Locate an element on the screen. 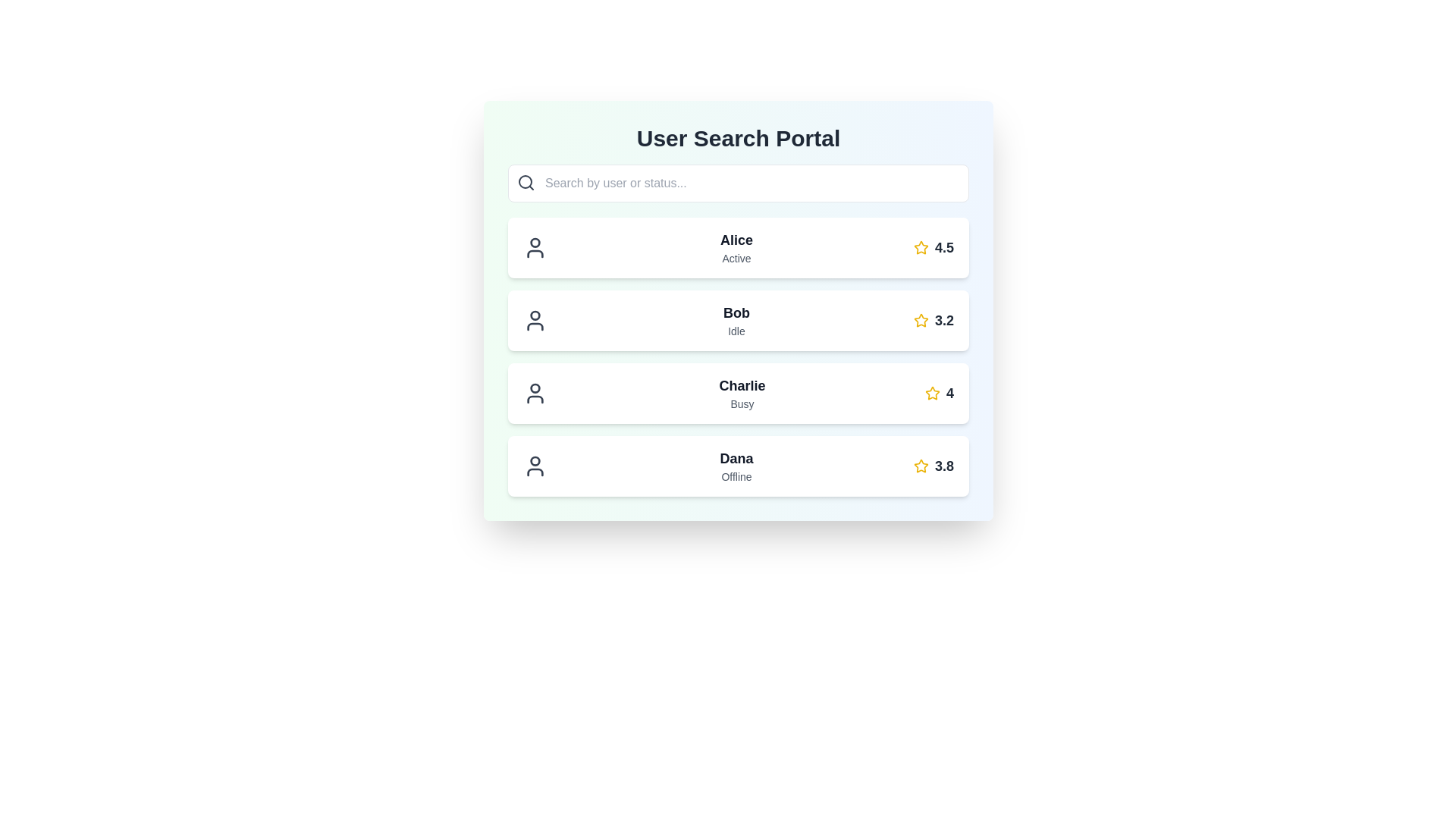  the bold numeric character '4' displayed in a large font size, styled with a gray-black color, located in the third row associated with the user 'Charlie', to the right of a yellow star icon is located at coordinates (949, 393).